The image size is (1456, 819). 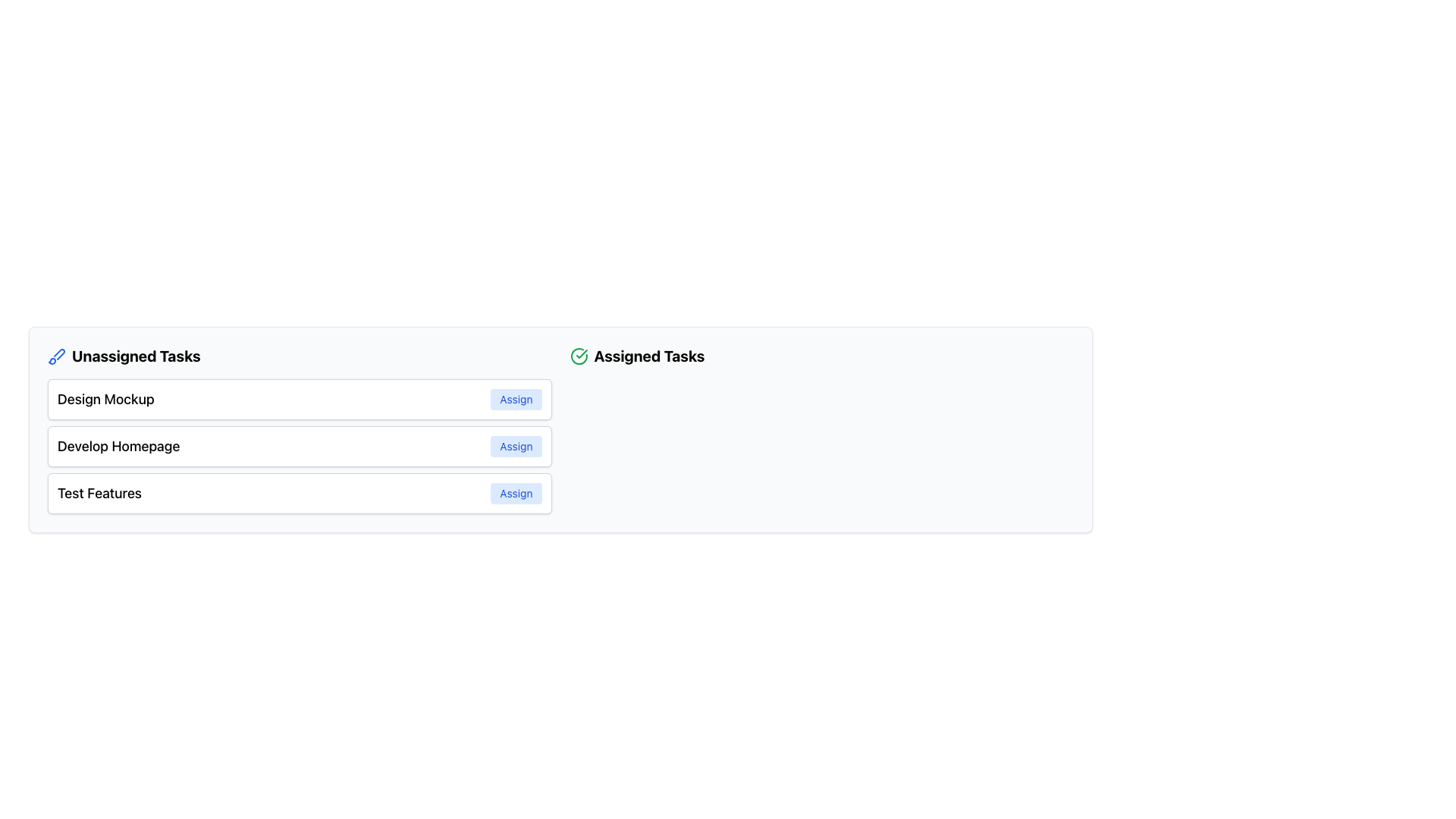 I want to click on the 'Assign' button with a light blue background and dark blue text located to the right of 'Design Mockup' in the 'Unassigned Tasks' section, so click(x=516, y=399).